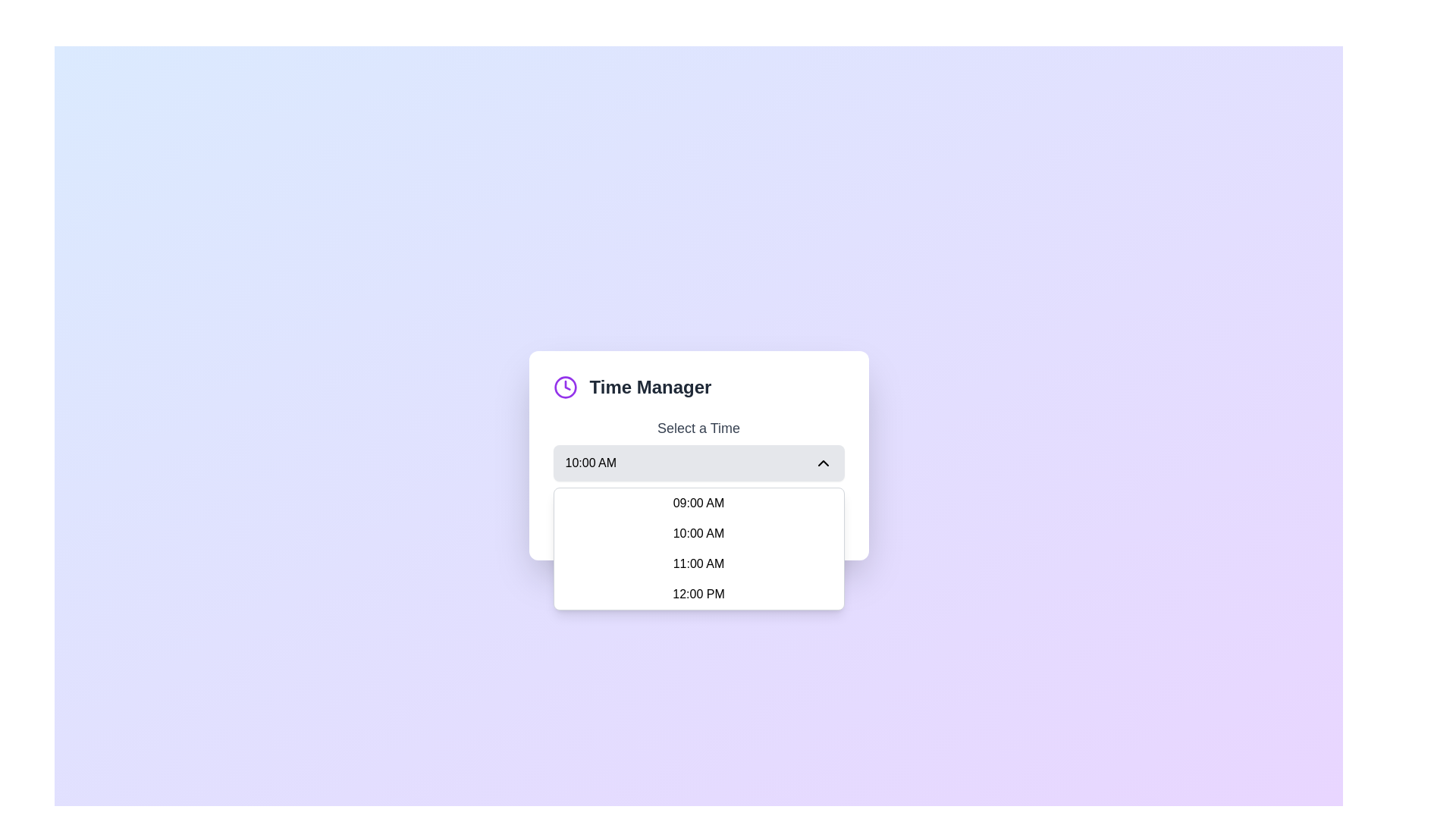  Describe the element at coordinates (822, 462) in the screenshot. I see `the Chevron Up icon located at the far-right side of the input box displaying '10:00 AM'` at that location.